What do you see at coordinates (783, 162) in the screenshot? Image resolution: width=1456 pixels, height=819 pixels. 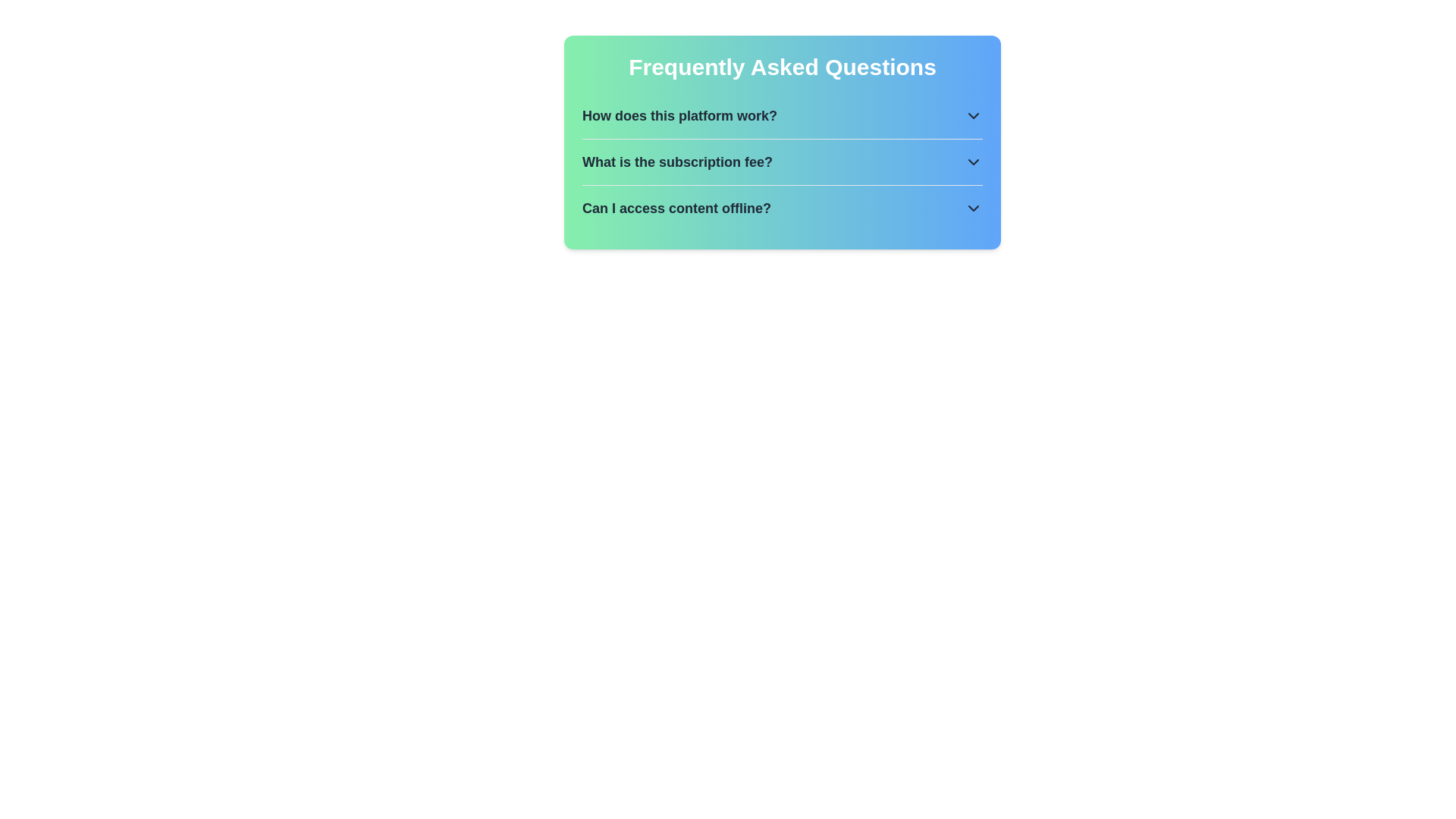 I see `the second FAQ question item` at bounding box center [783, 162].